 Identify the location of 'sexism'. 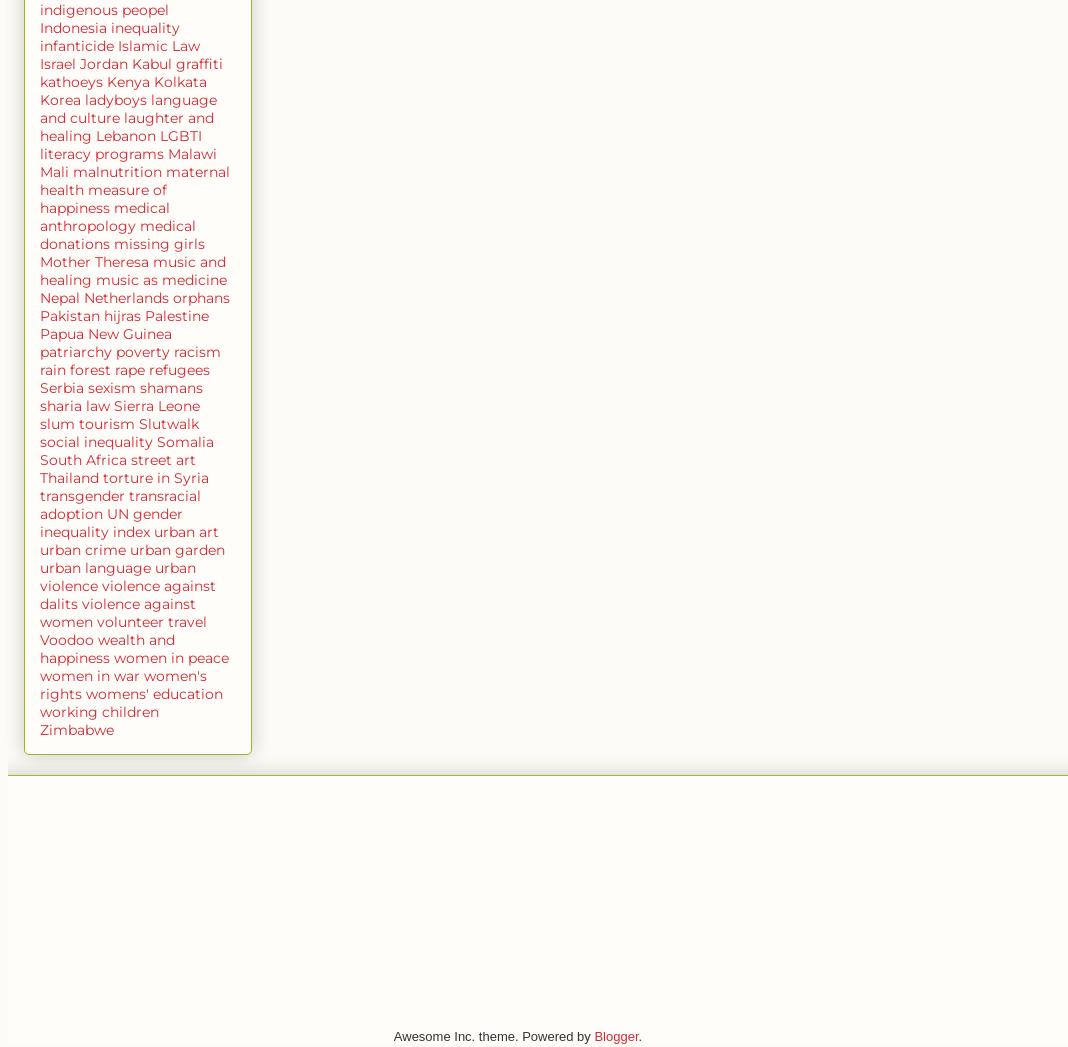
(111, 385).